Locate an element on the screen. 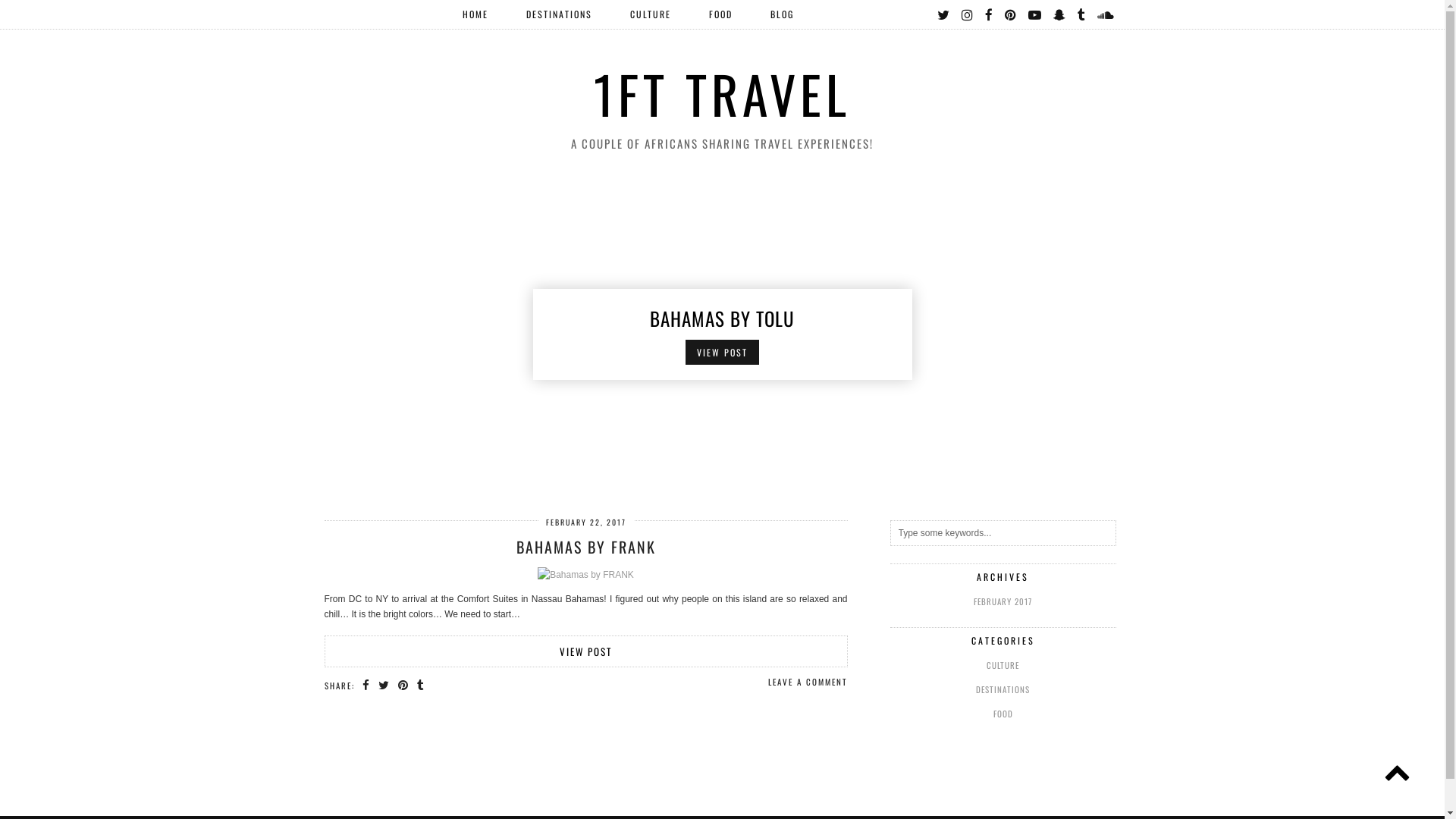 This screenshot has height=819, width=1456. 'VIEW POST' is located at coordinates (721, 352).